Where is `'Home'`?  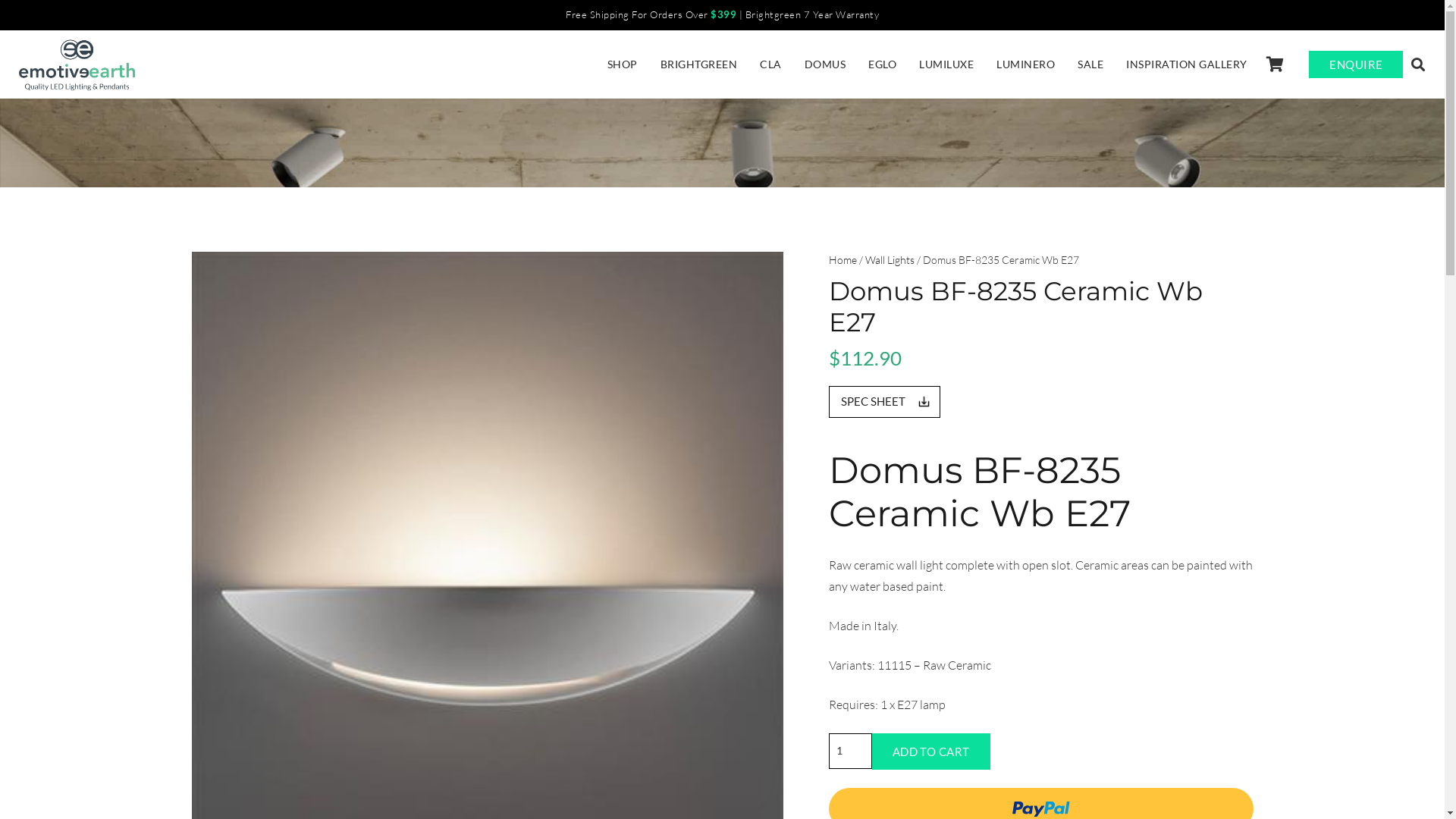
'Home' is located at coordinates (827, 259).